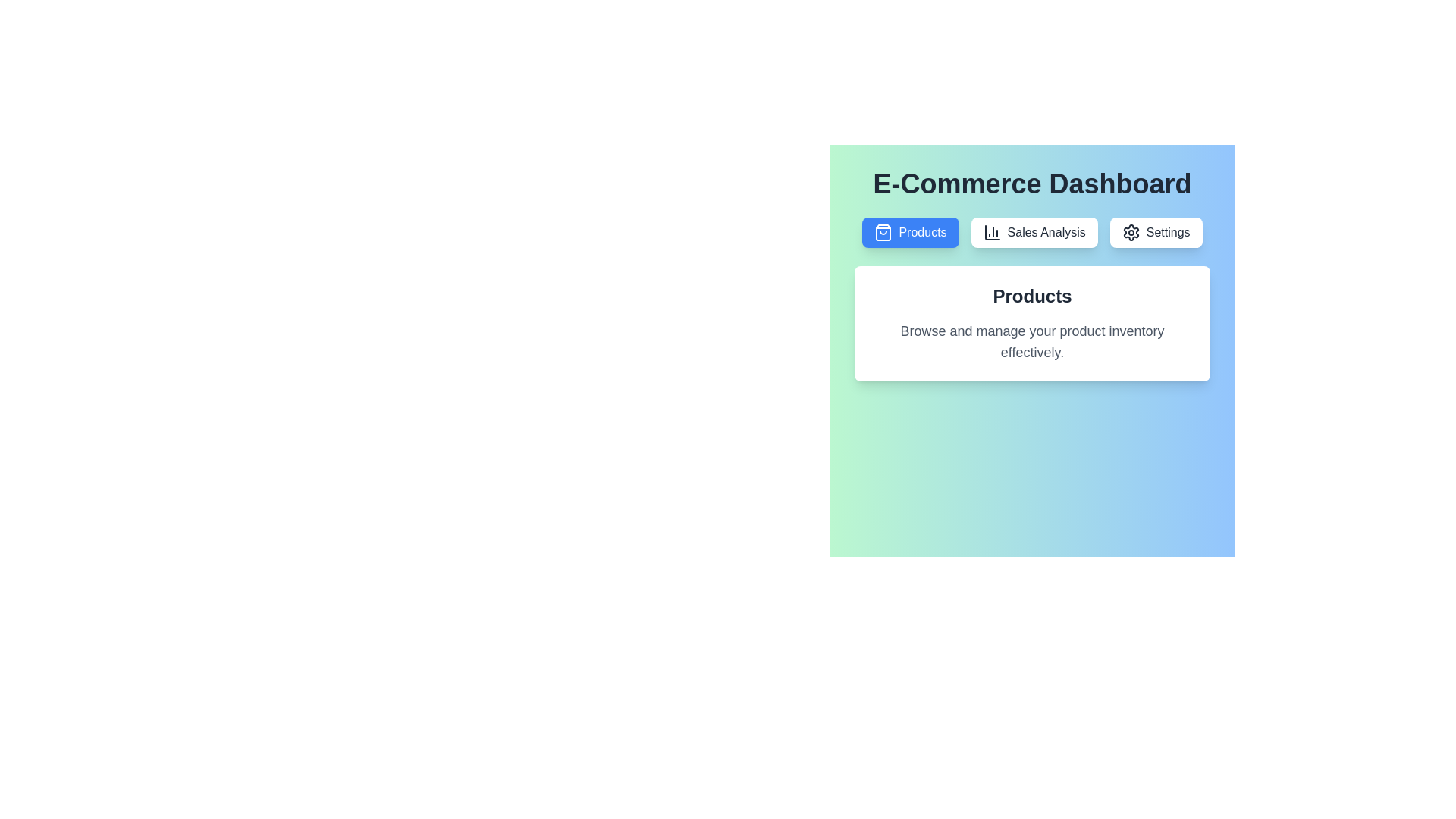 The image size is (1456, 819). What do you see at coordinates (1034, 233) in the screenshot?
I see `the tab labeled Sales Analysis to switch to it` at bounding box center [1034, 233].